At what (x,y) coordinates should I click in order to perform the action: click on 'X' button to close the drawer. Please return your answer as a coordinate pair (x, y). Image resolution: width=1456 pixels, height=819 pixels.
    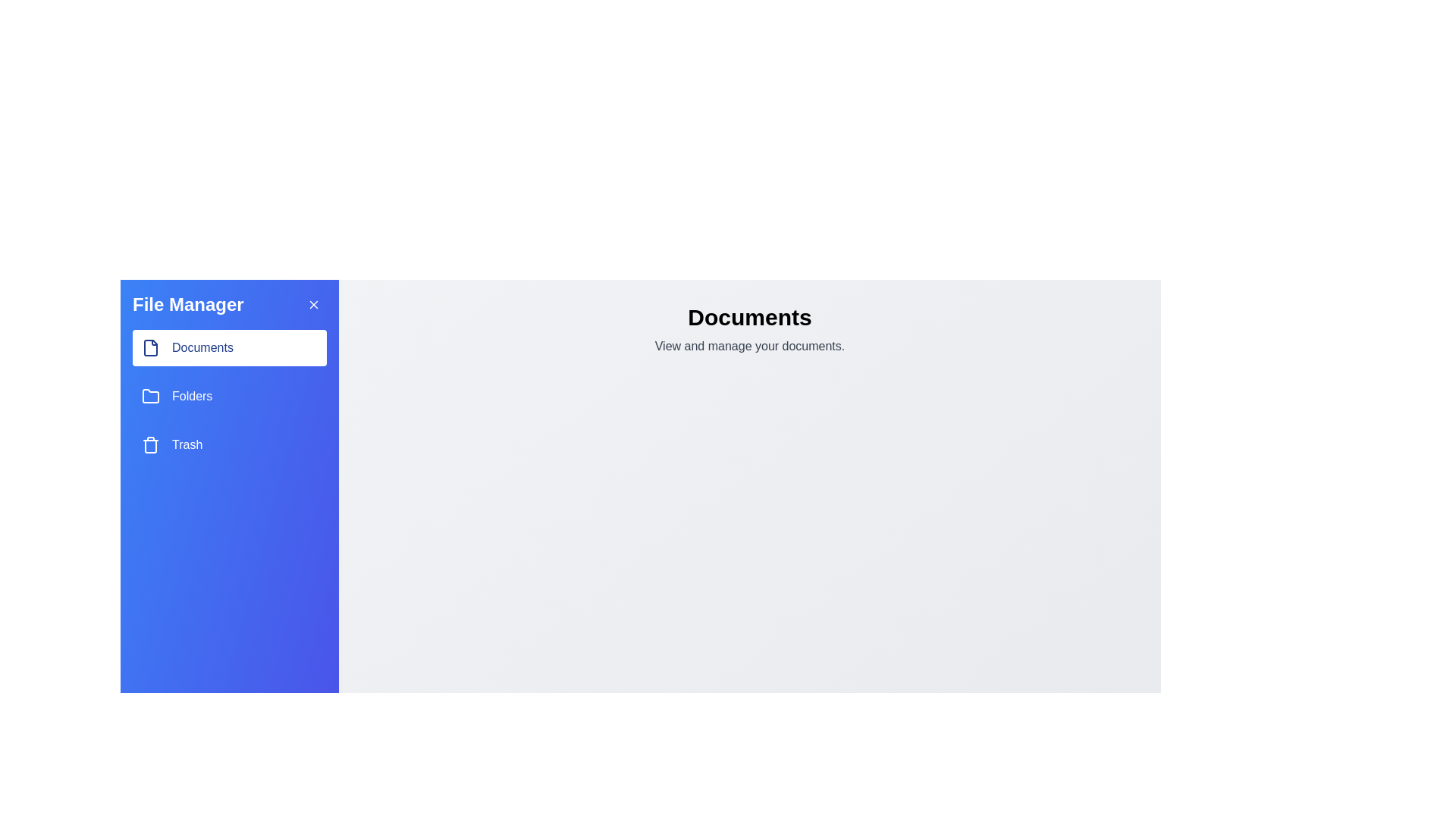
    Looking at the image, I should click on (312, 304).